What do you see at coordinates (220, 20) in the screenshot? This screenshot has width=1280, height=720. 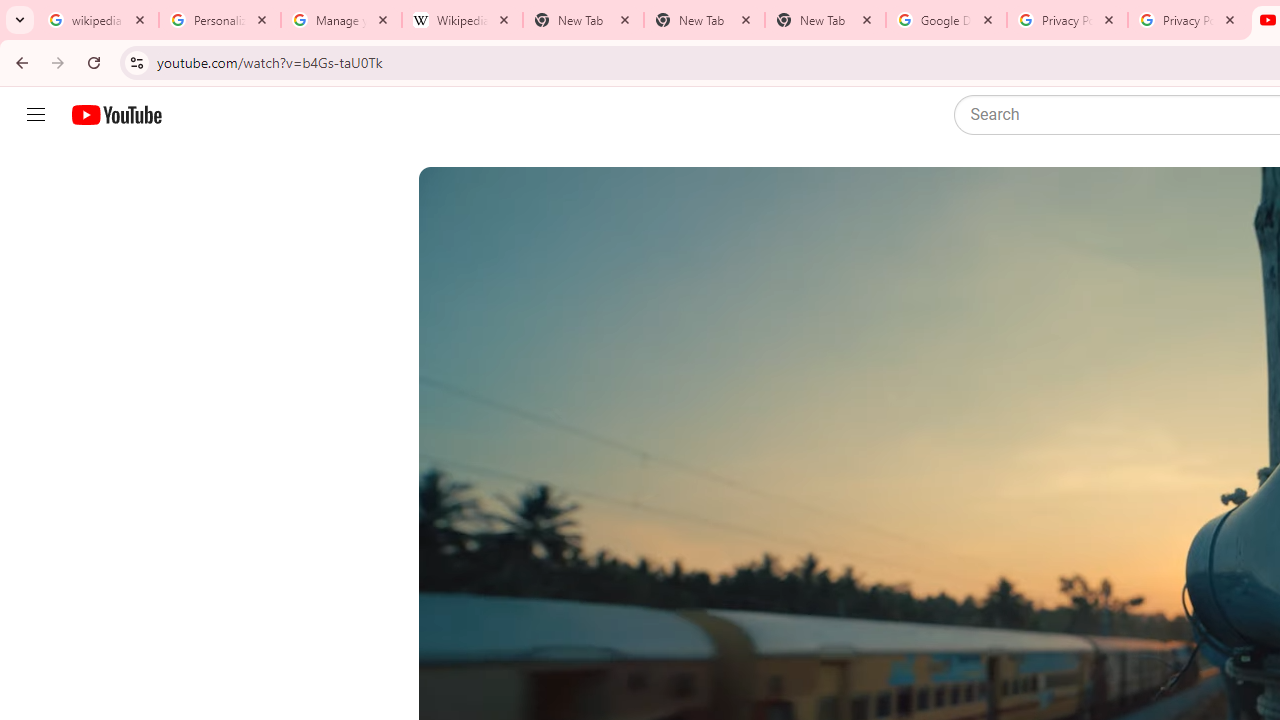 I see `'Personalization & Google Search results - Google Search Help'` at bounding box center [220, 20].